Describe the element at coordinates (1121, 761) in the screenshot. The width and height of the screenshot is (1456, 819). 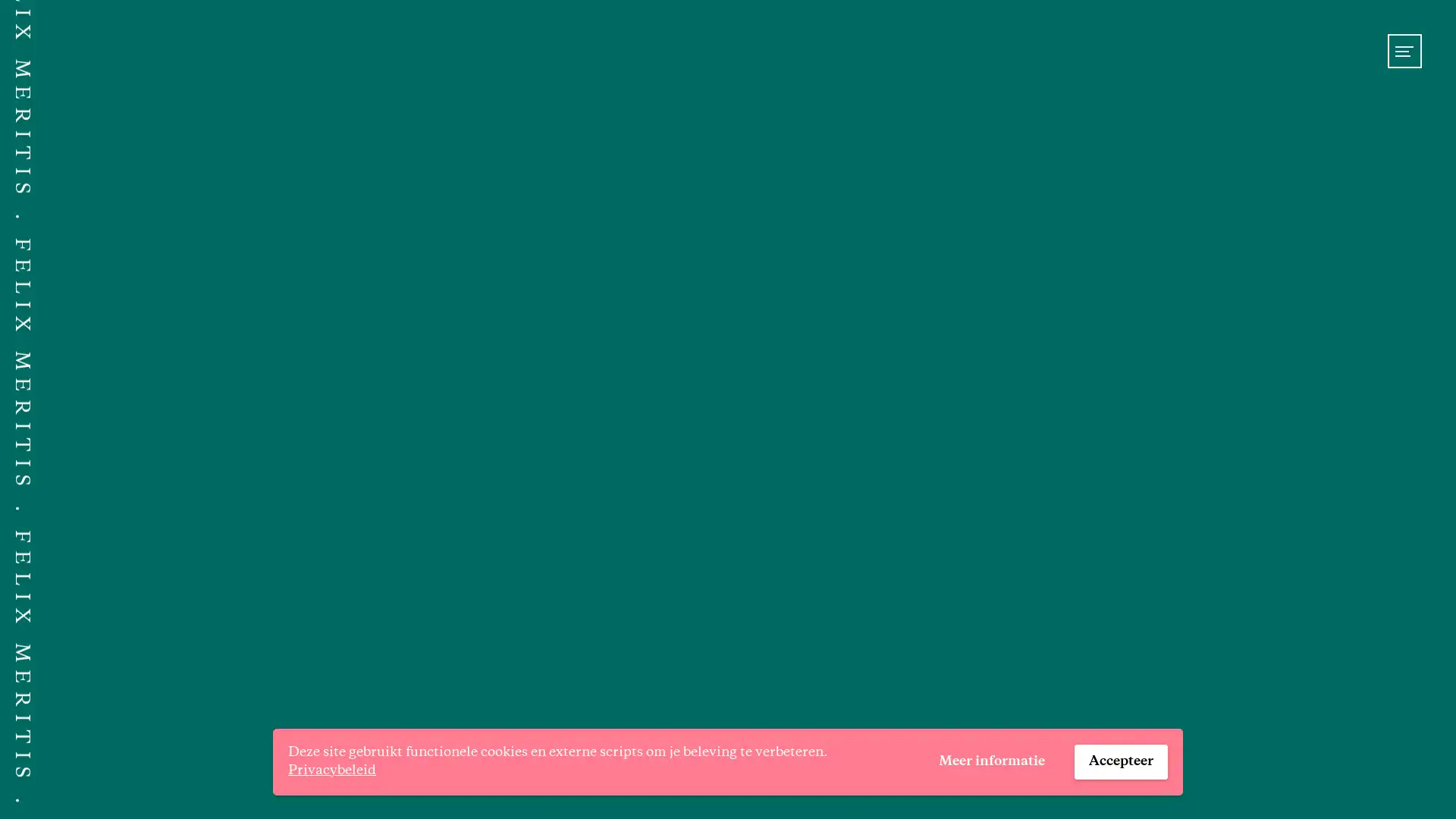
I see `Accepteer` at that location.